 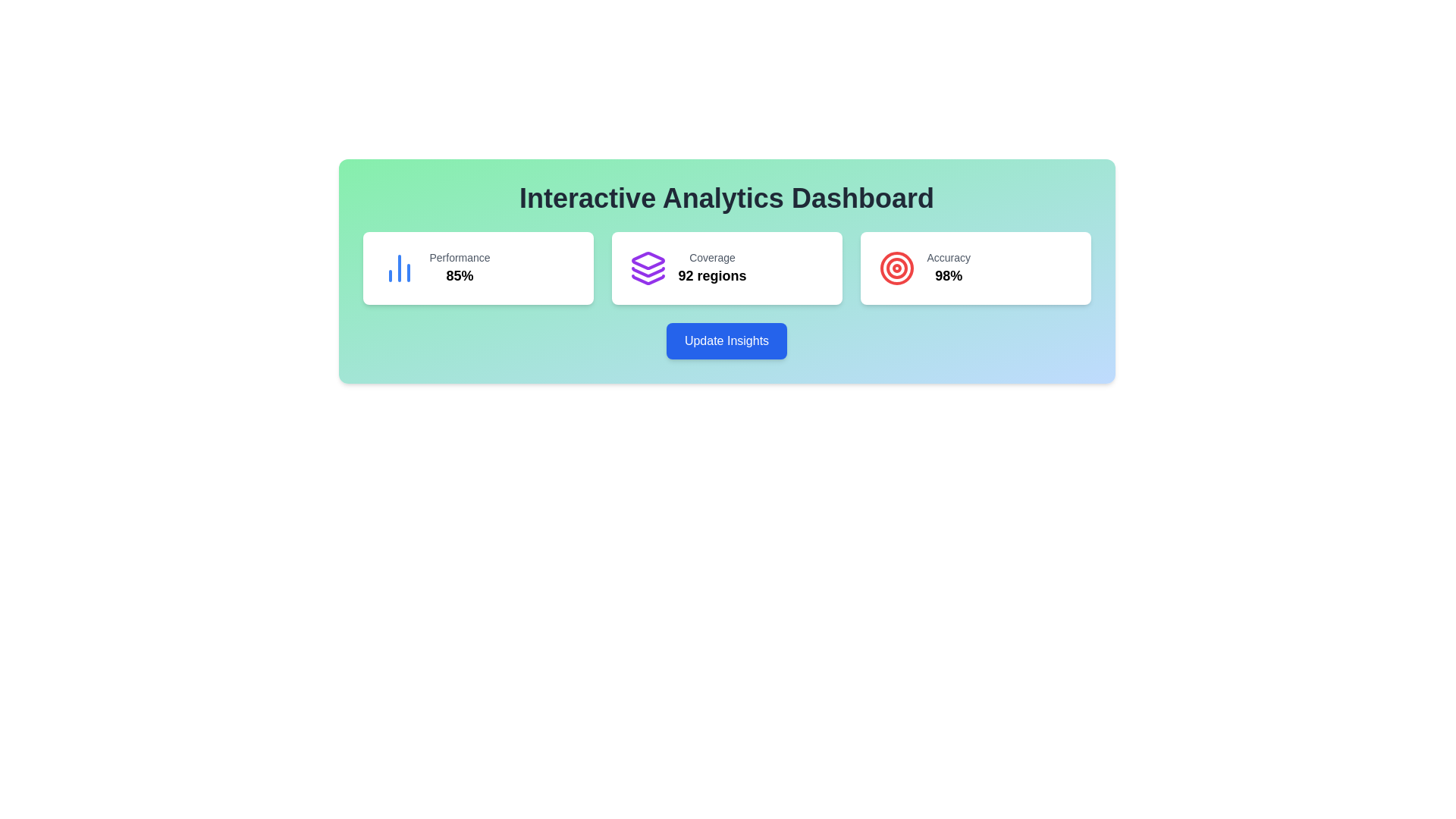 What do you see at coordinates (711, 268) in the screenshot?
I see `informational text component that displays 'Coverage' in gray and '92 regions' in bold black, located in the middle section of the interface under an icon with stacked boxes` at bounding box center [711, 268].